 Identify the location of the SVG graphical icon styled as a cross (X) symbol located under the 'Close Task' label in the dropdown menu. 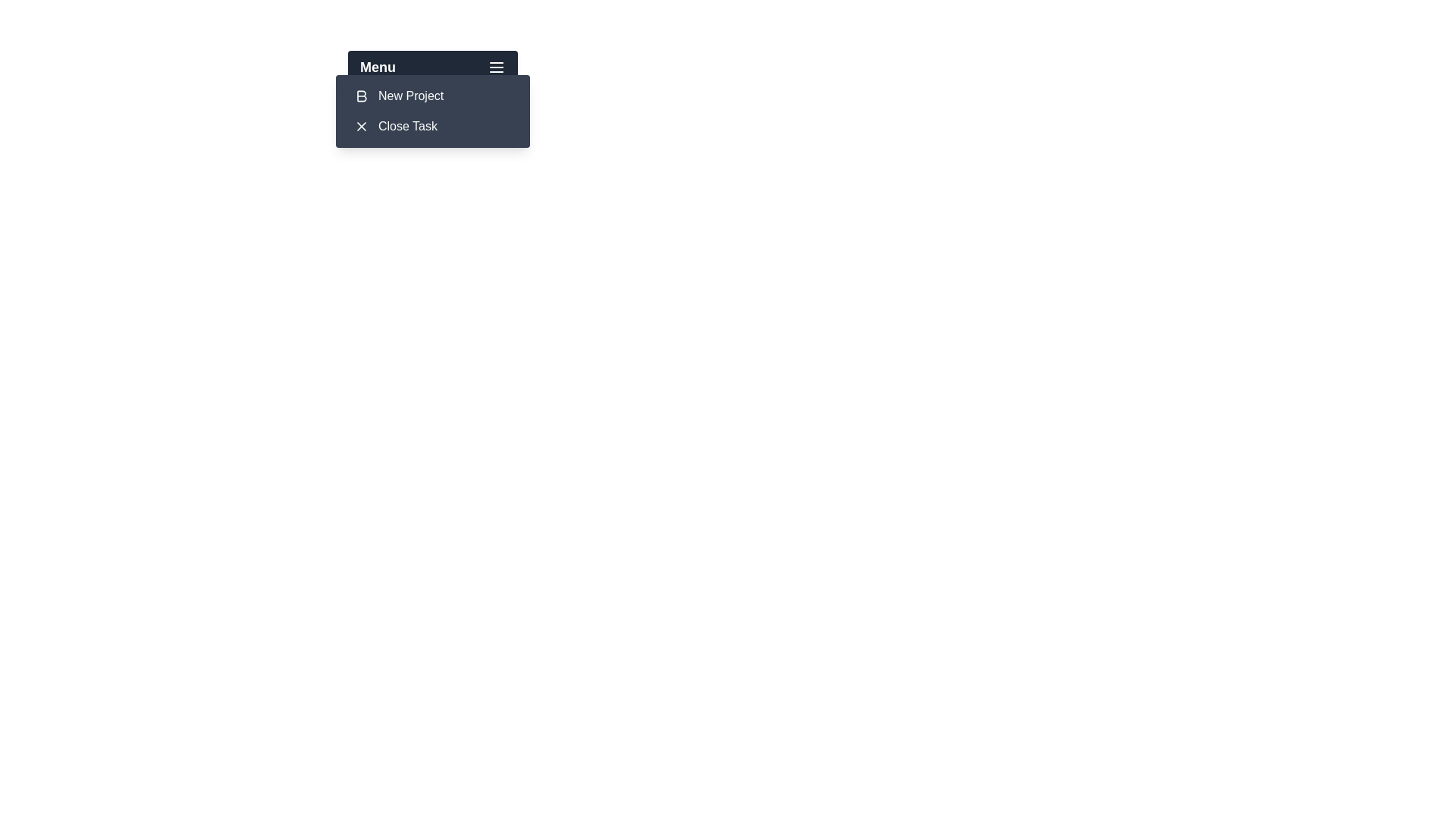
(360, 125).